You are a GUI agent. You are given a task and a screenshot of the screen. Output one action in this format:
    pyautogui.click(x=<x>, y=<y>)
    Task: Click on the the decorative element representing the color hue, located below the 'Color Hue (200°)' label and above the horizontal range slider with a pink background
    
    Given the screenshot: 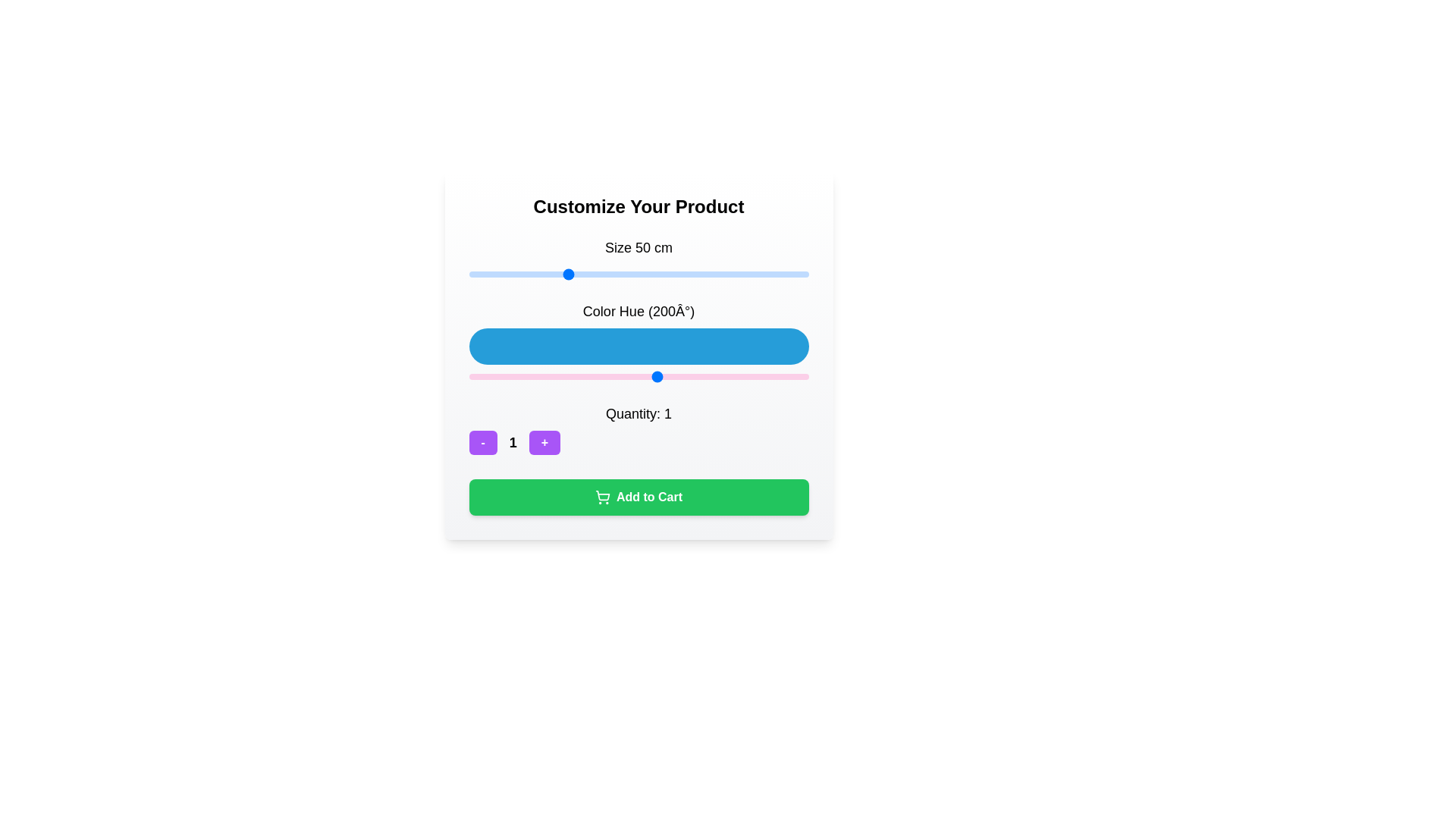 What is the action you would take?
    pyautogui.click(x=639, y=343)
    